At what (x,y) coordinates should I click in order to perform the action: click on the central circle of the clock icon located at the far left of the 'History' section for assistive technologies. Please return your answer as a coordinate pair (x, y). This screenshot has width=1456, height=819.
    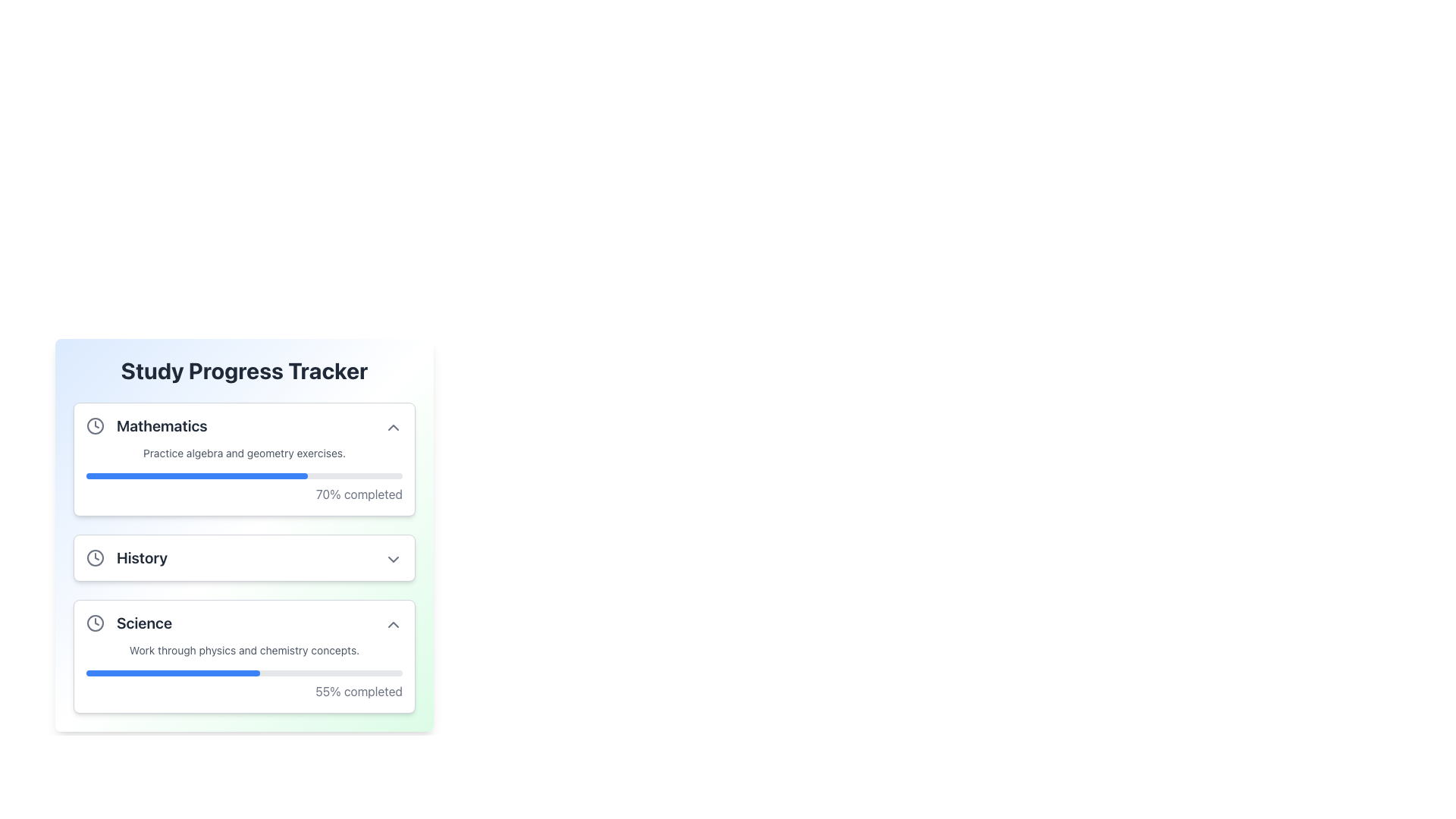
    Looking at the image, I should click on (94, 558).